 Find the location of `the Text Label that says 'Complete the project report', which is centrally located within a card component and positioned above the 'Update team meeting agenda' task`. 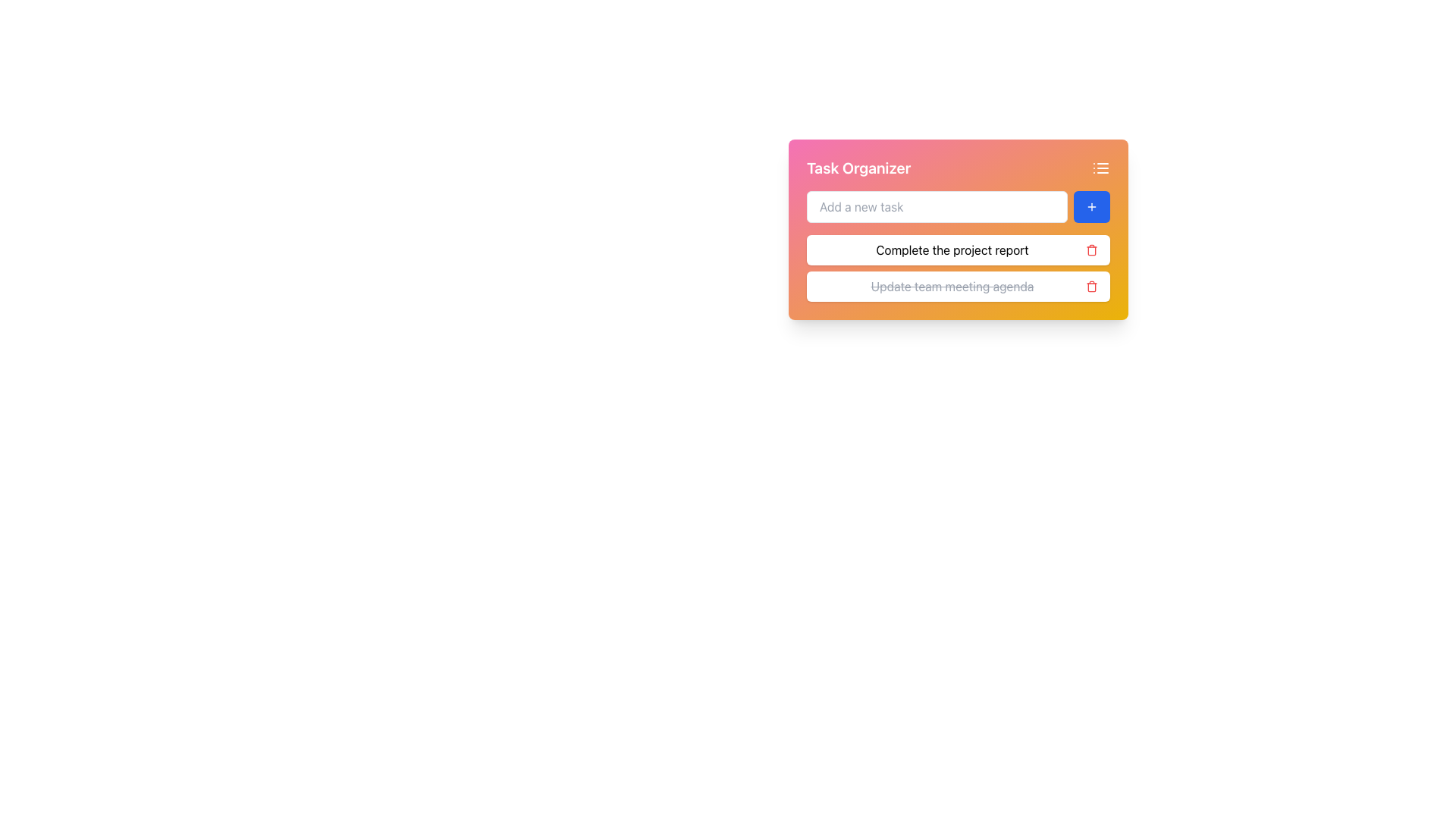

the Text Label that says 'Complete the project report', which is centrally located within a card component and positioned above the 'Update team meeting agenda' task is located at coordinates (952, 249).